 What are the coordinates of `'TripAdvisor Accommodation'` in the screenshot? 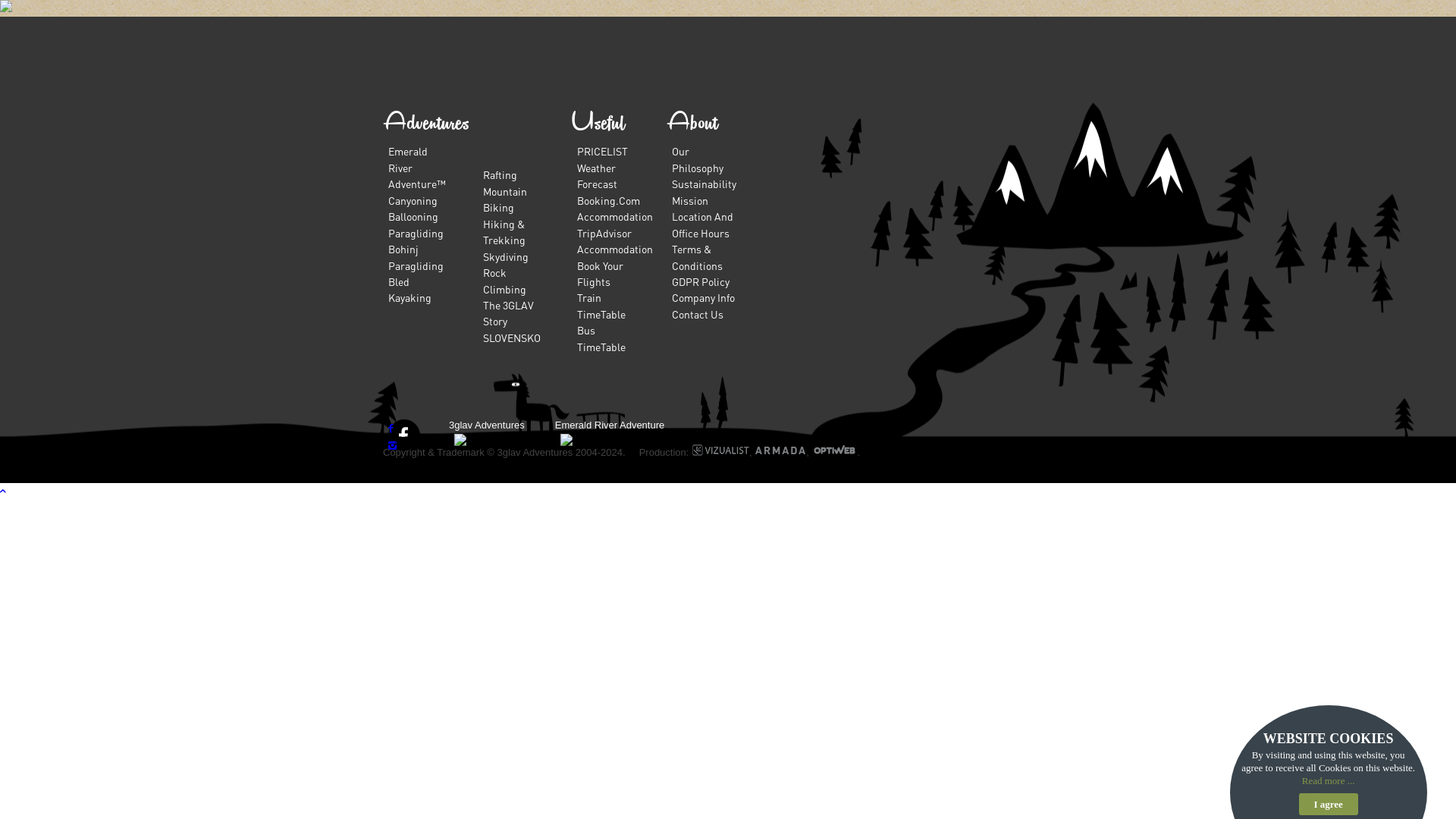 It's located at (615, 240).